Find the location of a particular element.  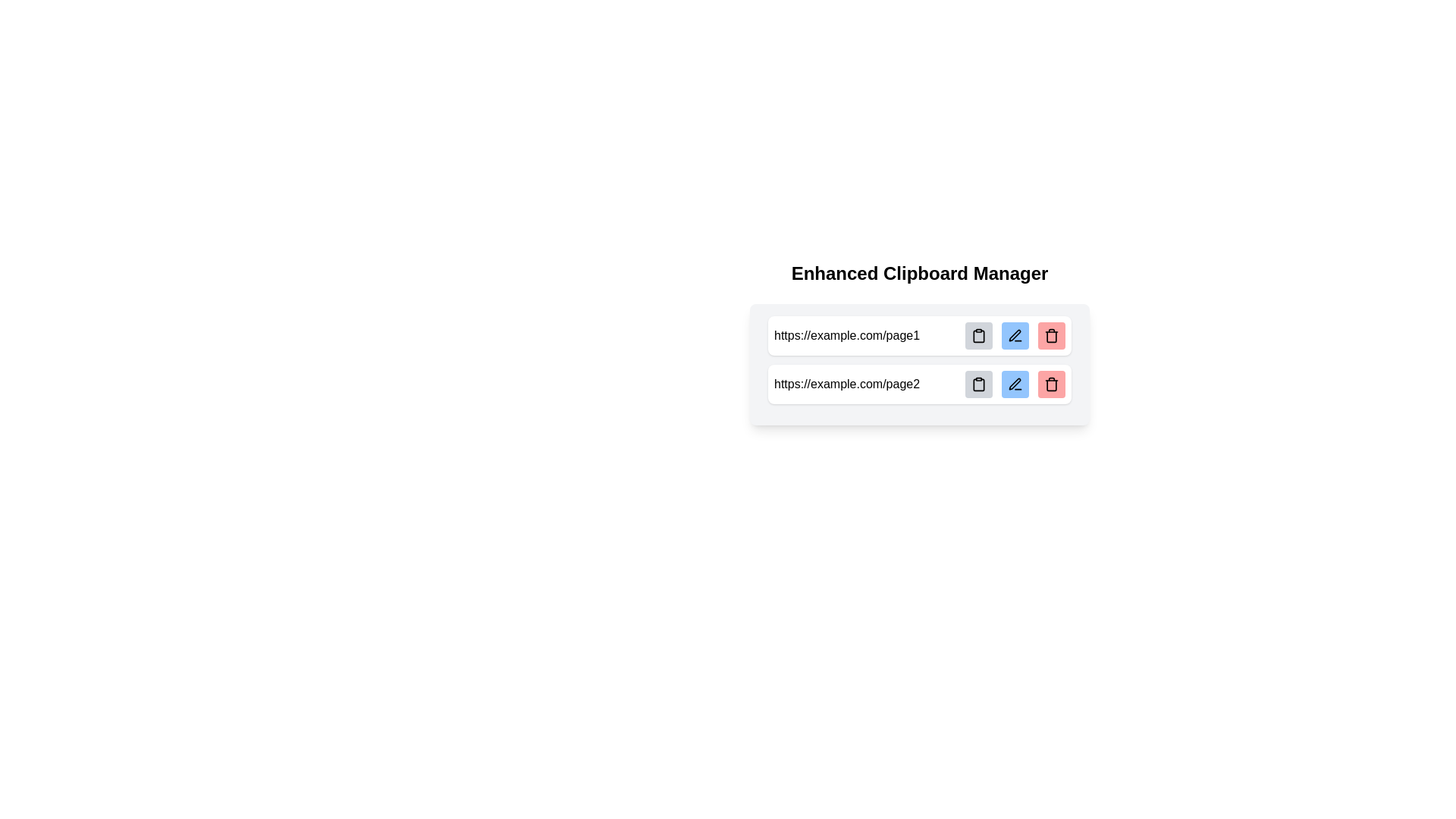

the static text element displaying a URL, located in the first row of a list, on the left side adjacent to interactive icon buttons is located at coordinates (846, 335).